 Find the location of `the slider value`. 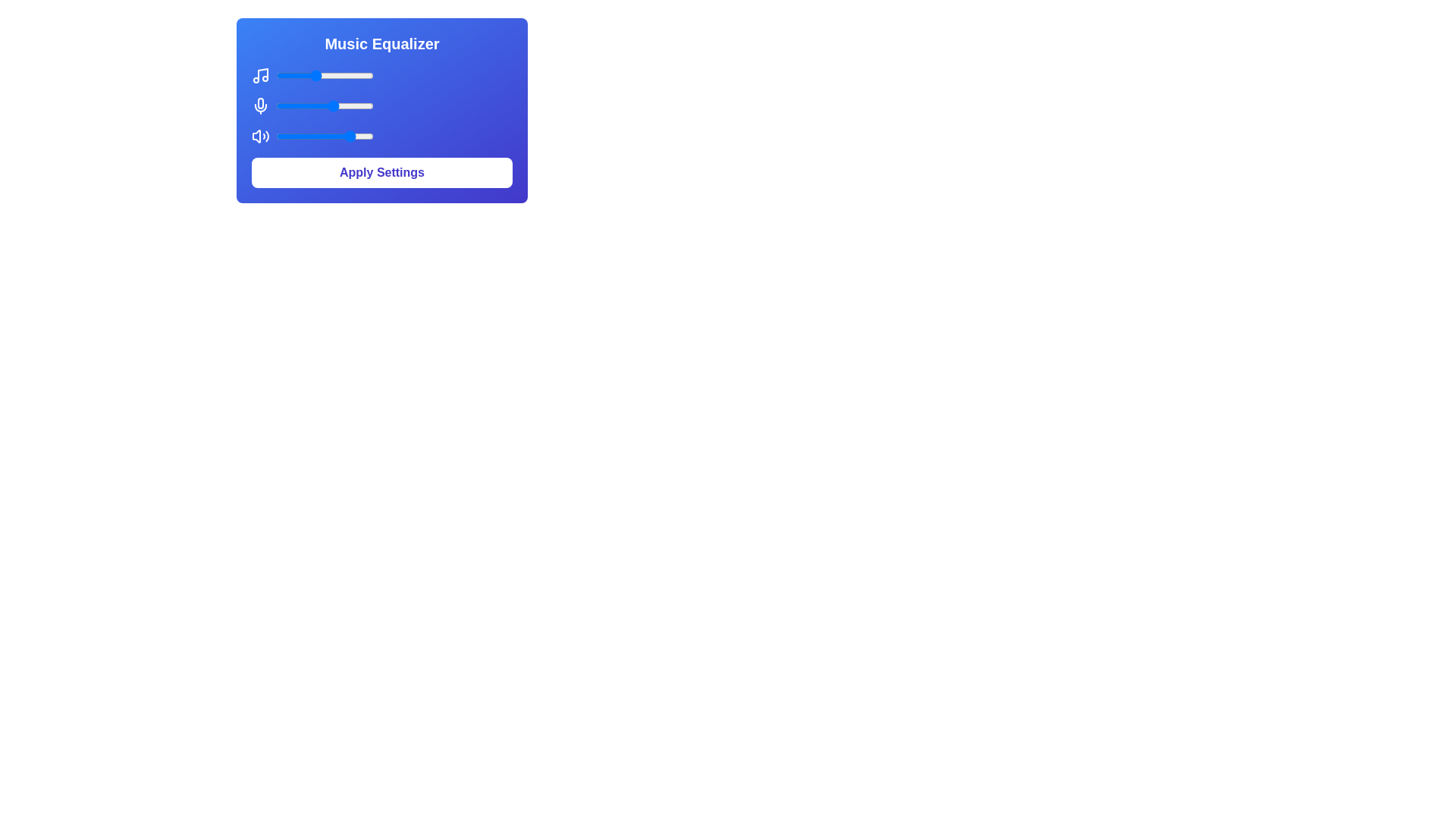

the slider value is located at coordinates (359, 105).